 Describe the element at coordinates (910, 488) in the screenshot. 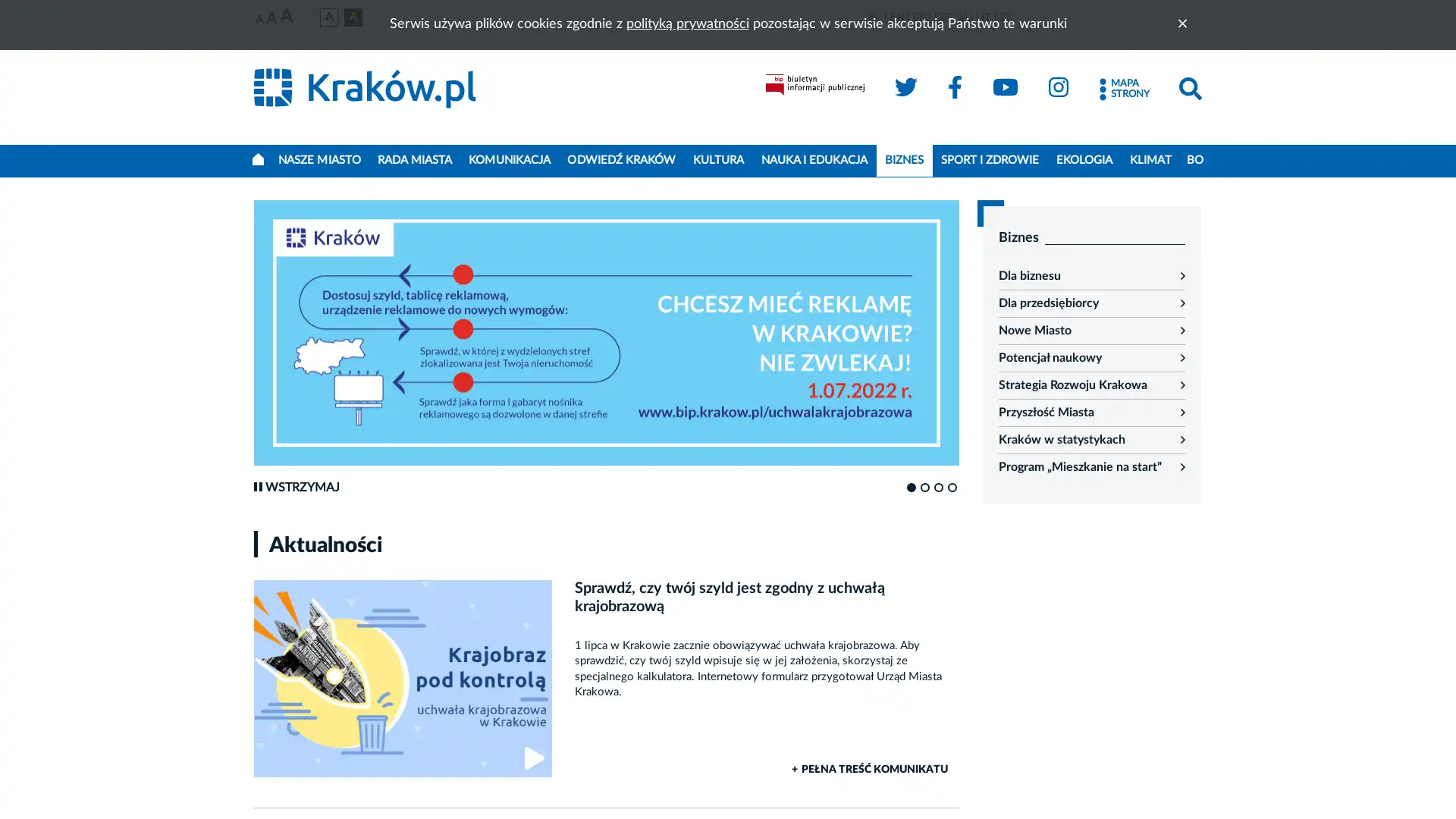

I see `Go to slide 1` at that location.